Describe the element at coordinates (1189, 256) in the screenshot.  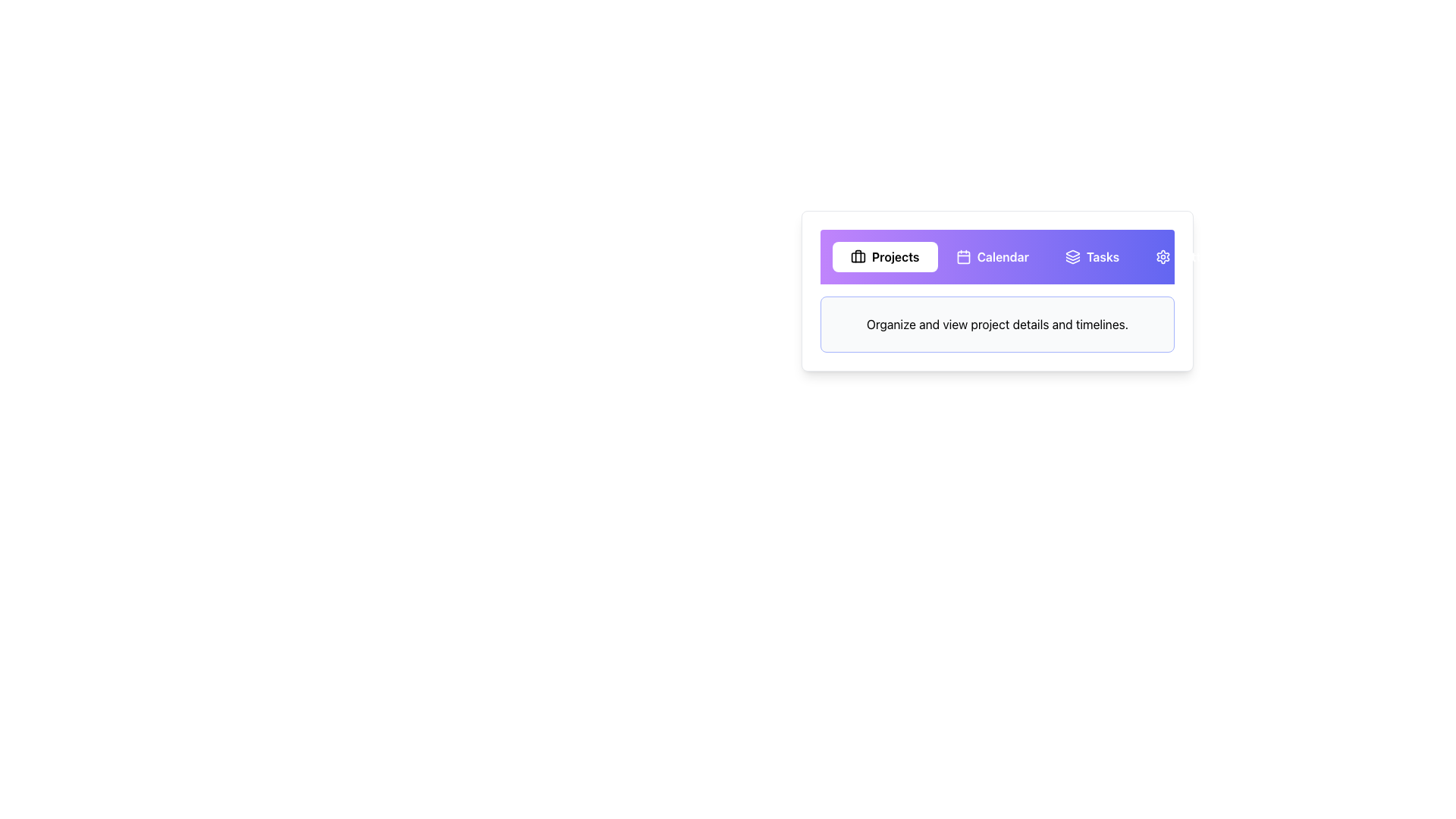
I see `the 'Settings' button` at that location.